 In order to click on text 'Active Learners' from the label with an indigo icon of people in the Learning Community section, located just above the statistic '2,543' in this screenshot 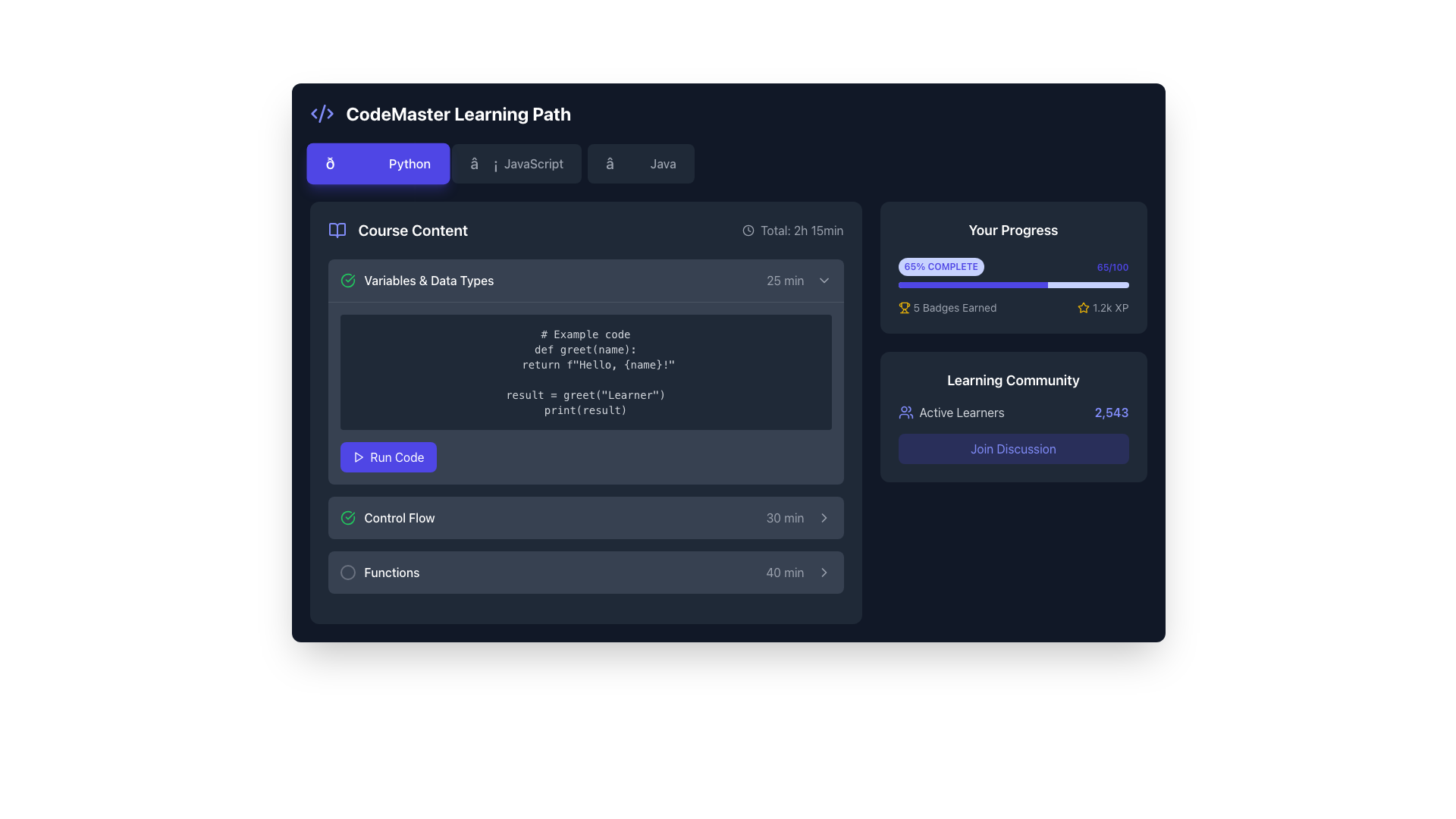, I will do `click(950, 412)`.